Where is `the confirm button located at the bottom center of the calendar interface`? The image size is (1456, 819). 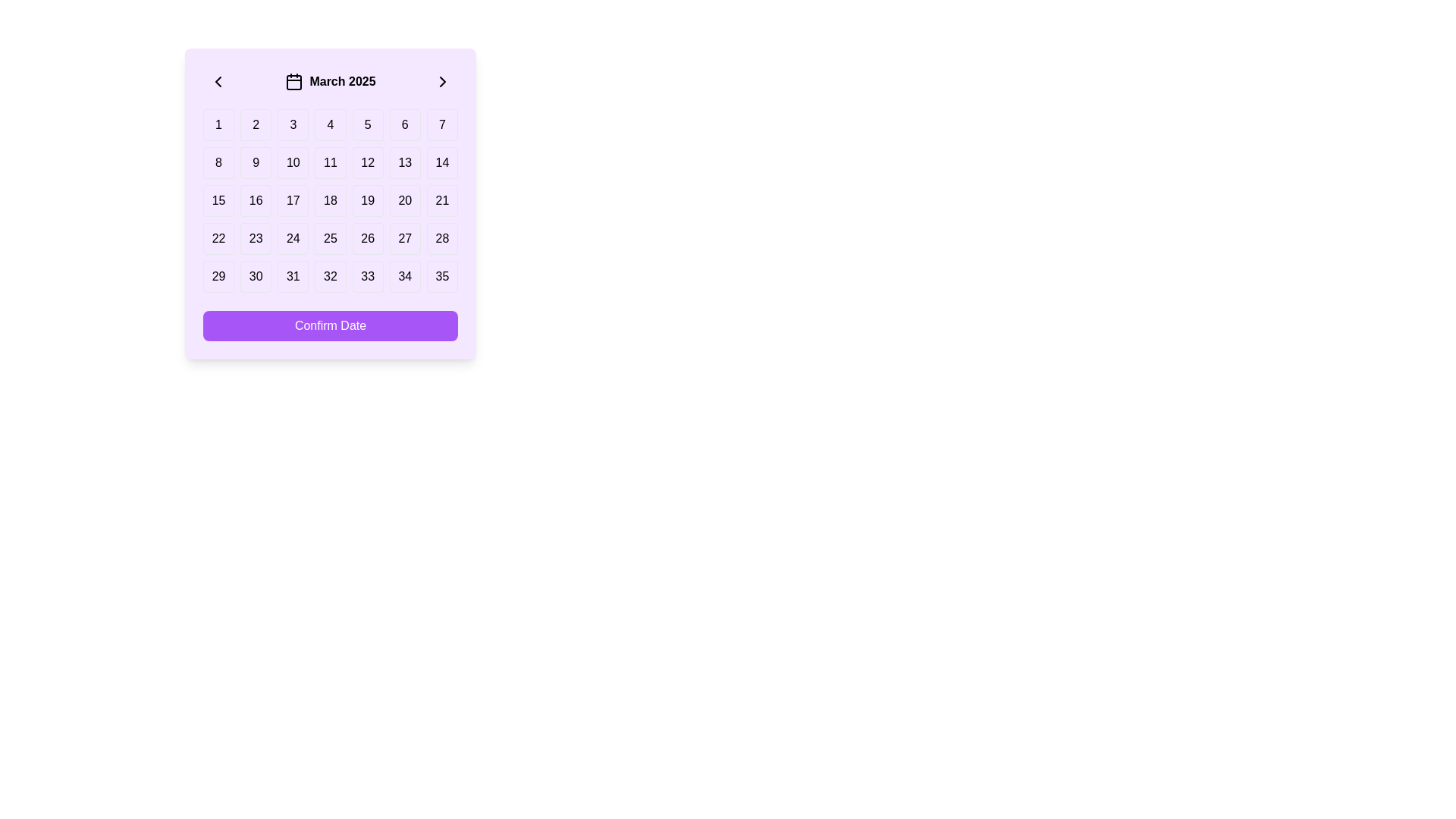 the confirm button located at the bottom center of the calendar interface is located at coordinates (330, 325).